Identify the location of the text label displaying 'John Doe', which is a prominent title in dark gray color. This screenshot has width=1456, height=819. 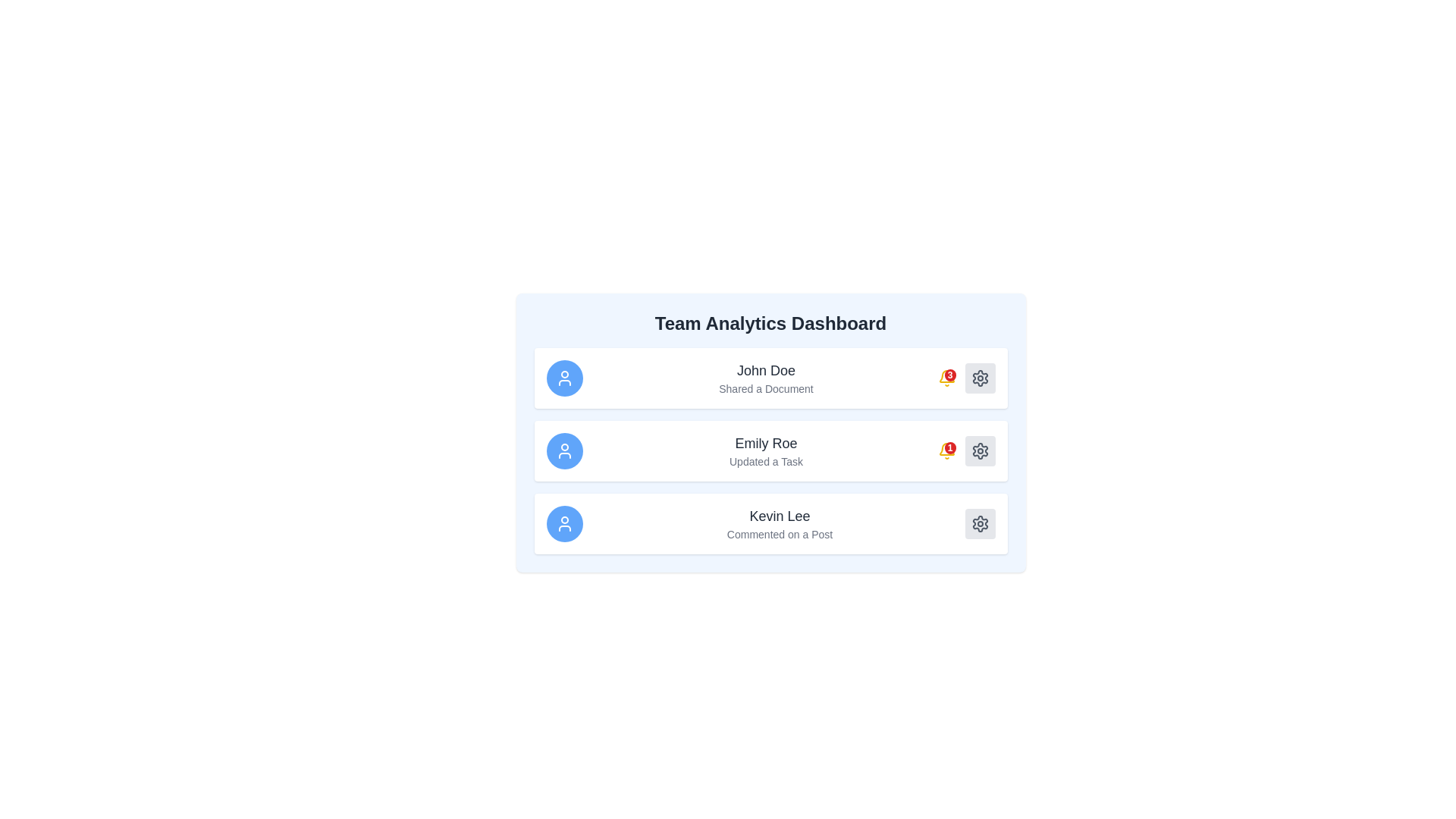
(766, 371).